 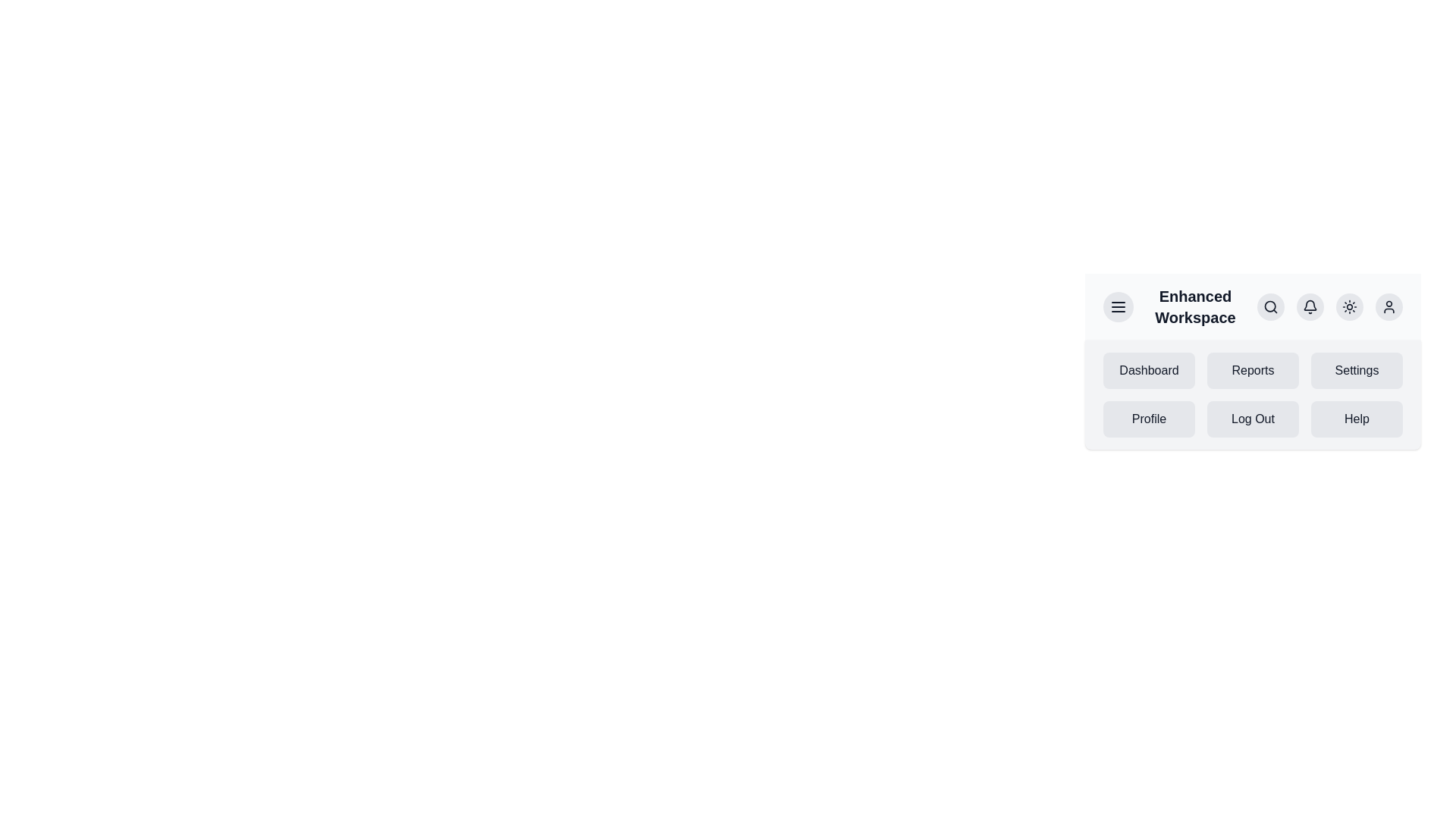 What do you see at coordinates (1357, 419) in the screenshot?
I see `the menu item Help by clicking on it` at bounding box center [1357, 419].